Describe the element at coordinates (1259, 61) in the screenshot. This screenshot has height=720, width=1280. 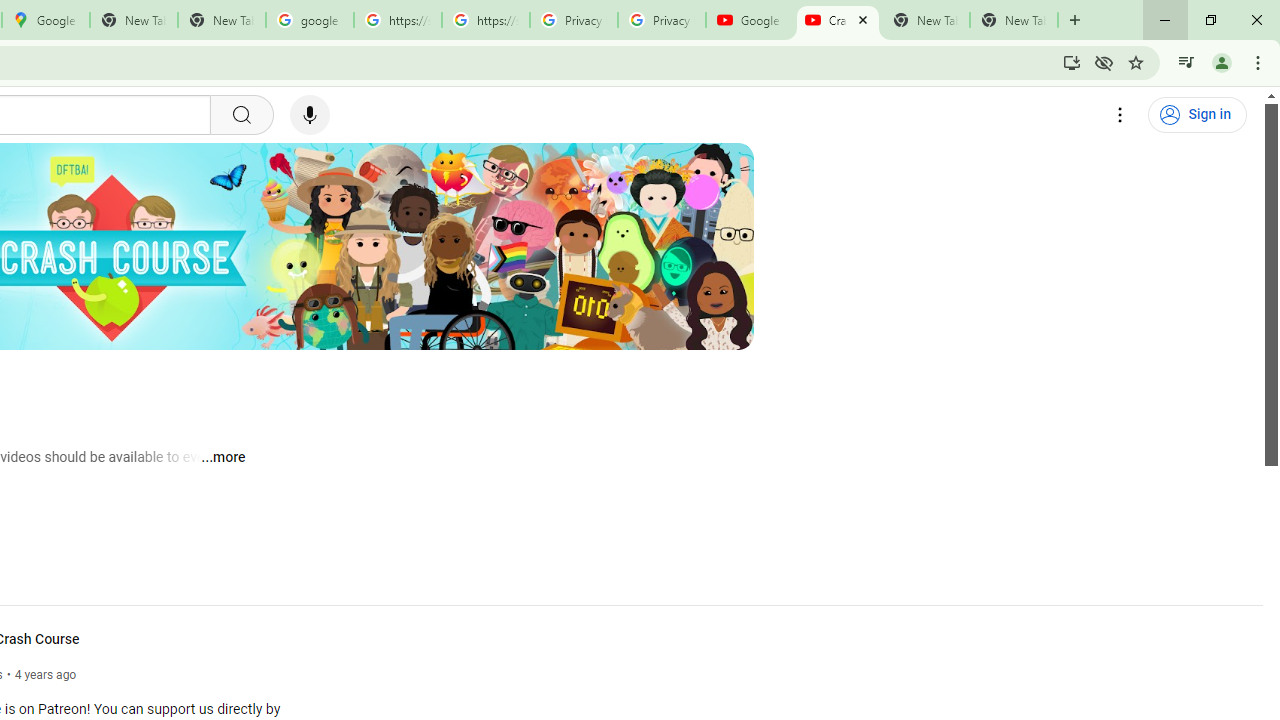
I see `'Chrome'` at that location.